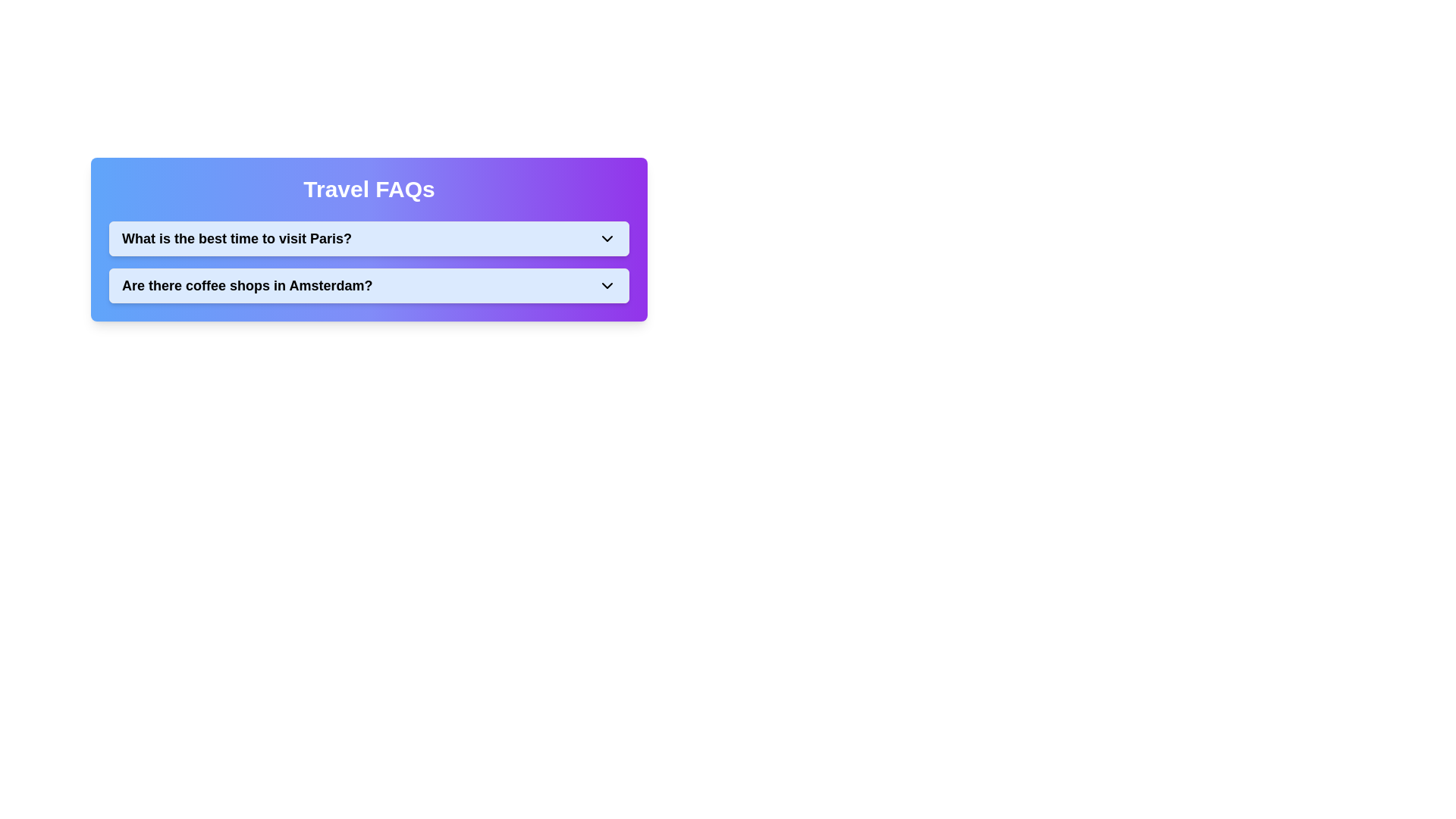 This screenshot has height=819, width=1456. I want to click on the collapsible button that asks 'Are there coffee shops in Amsterdam?' which is styled with rounded corners and has a downward-facing chevron icon, so click(369, 286).